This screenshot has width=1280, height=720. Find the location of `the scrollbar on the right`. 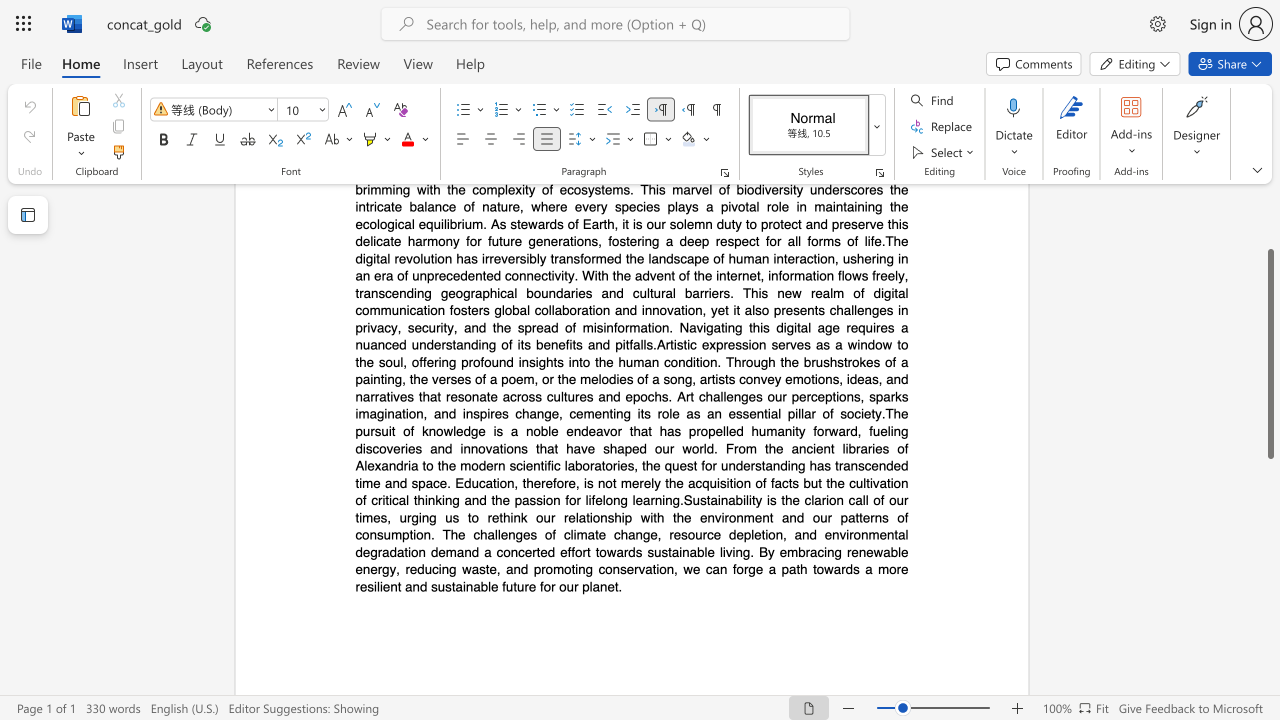

the scrollbar on the right is located at coordinates (1269, 528).